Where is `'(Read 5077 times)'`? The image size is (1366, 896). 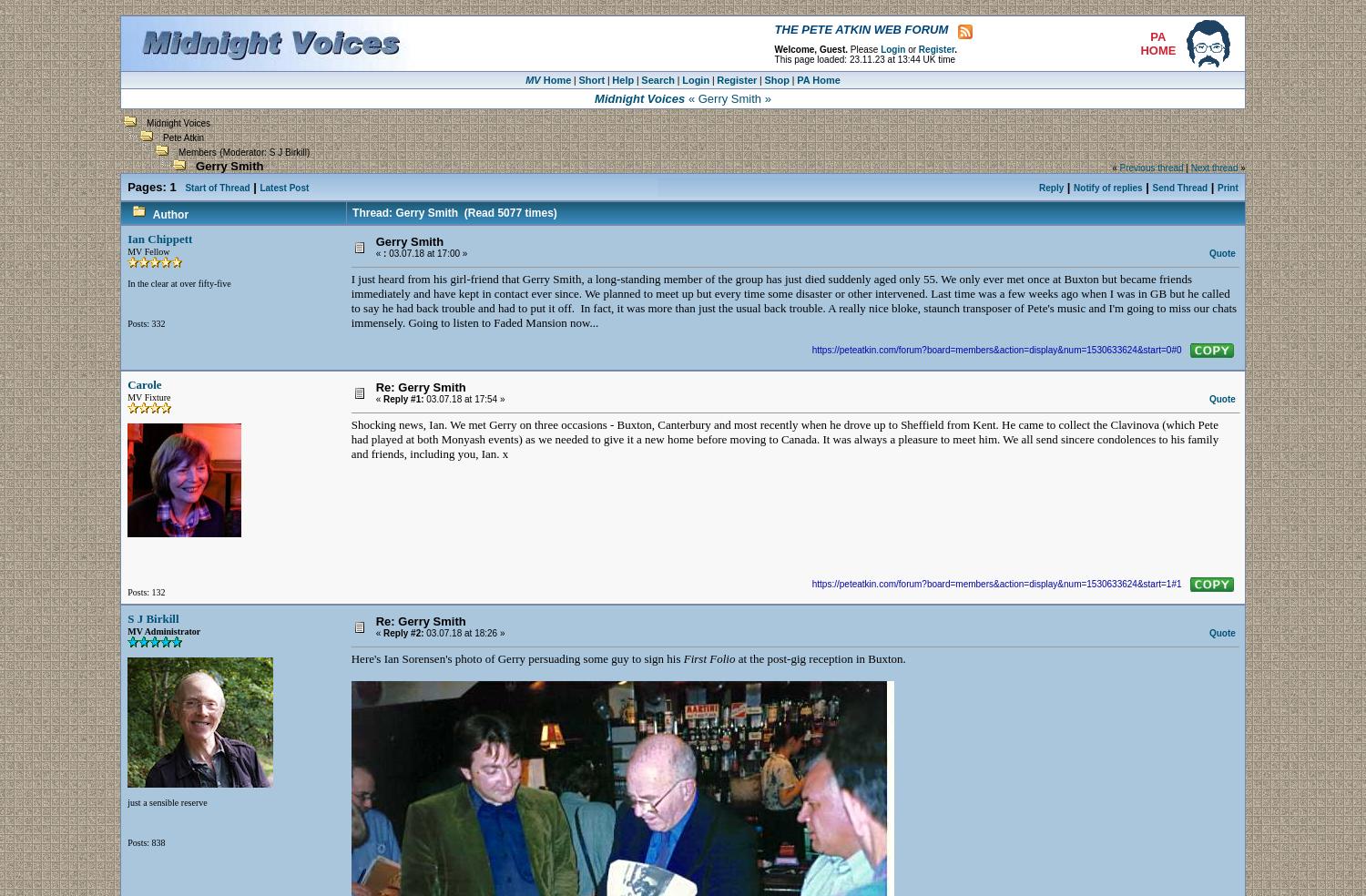 '(Read 5077 times)' is located at coordinates (506, 212).